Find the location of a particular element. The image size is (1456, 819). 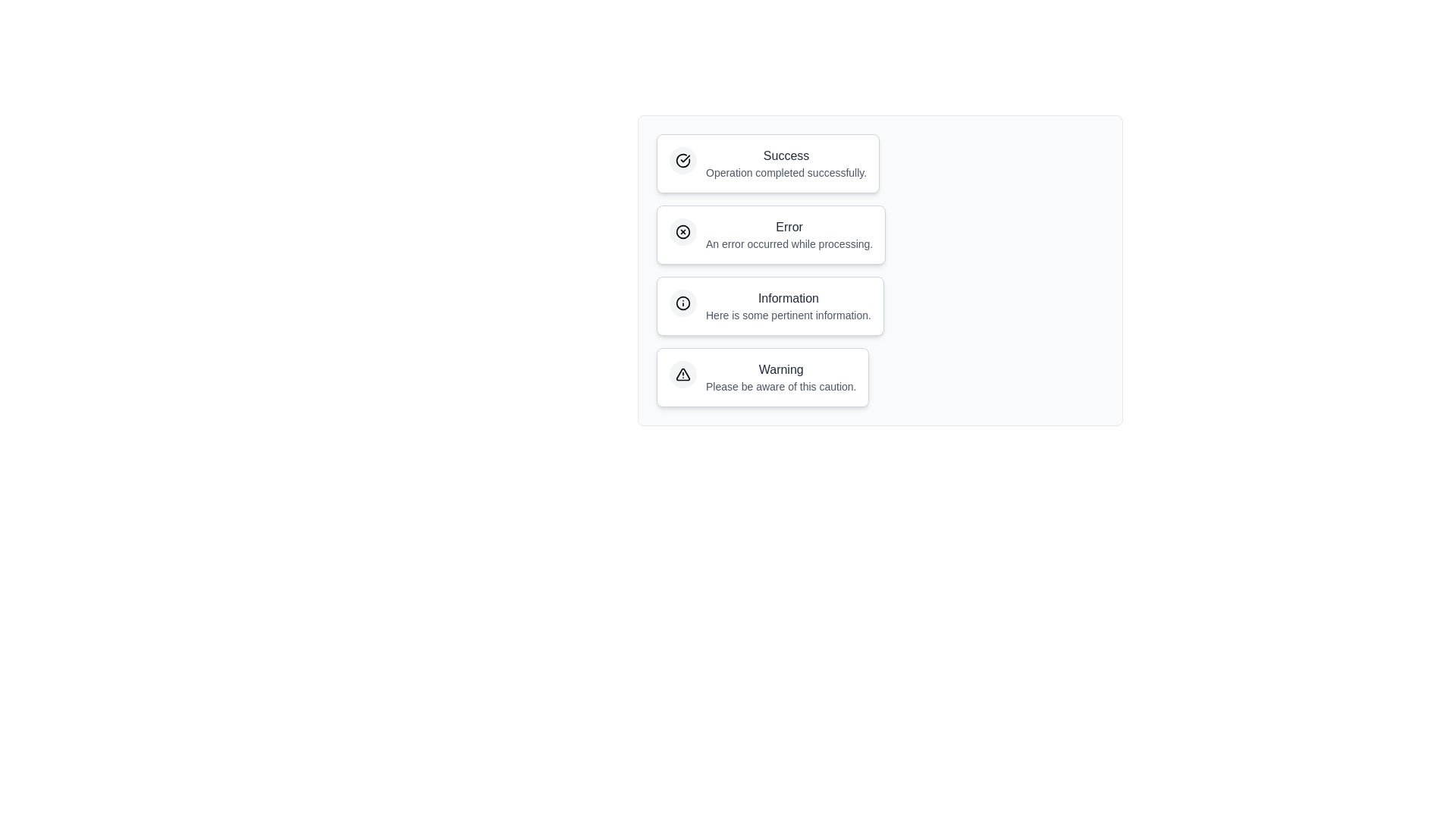

the icon within the notification chip corresponding to Information is located at coordinates (682, 303).